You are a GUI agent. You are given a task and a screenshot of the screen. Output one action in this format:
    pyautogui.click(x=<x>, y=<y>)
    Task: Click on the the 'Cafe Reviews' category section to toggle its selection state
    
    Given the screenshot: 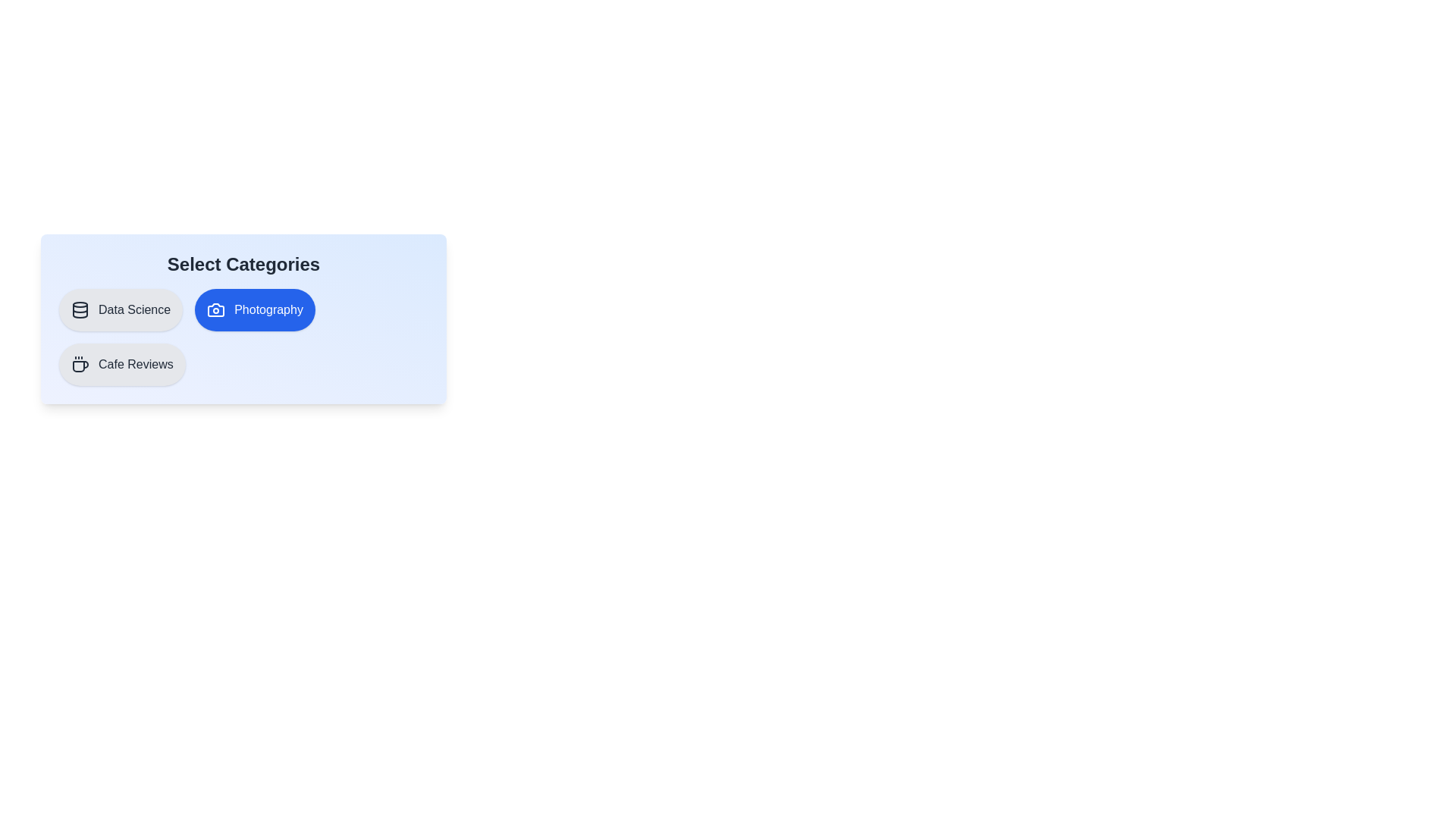 What is the action you would take?
    pyautogui.click(x=122, y=365)
    